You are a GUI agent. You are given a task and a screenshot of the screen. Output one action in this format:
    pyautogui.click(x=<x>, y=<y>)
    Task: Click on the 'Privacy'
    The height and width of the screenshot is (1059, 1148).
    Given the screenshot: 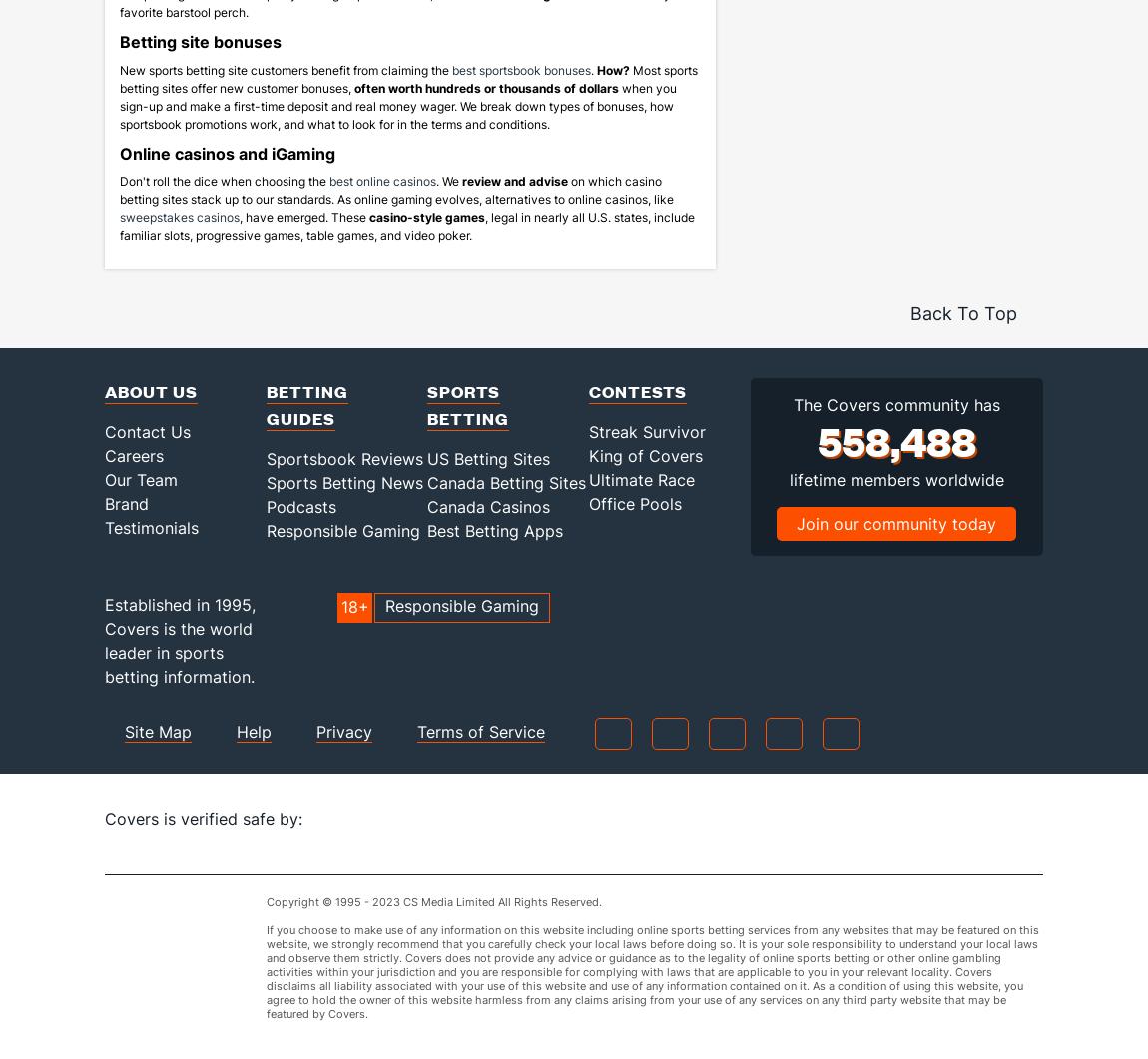 What is the action you would take?
    pyautogui.click(x=316, y=758)
    